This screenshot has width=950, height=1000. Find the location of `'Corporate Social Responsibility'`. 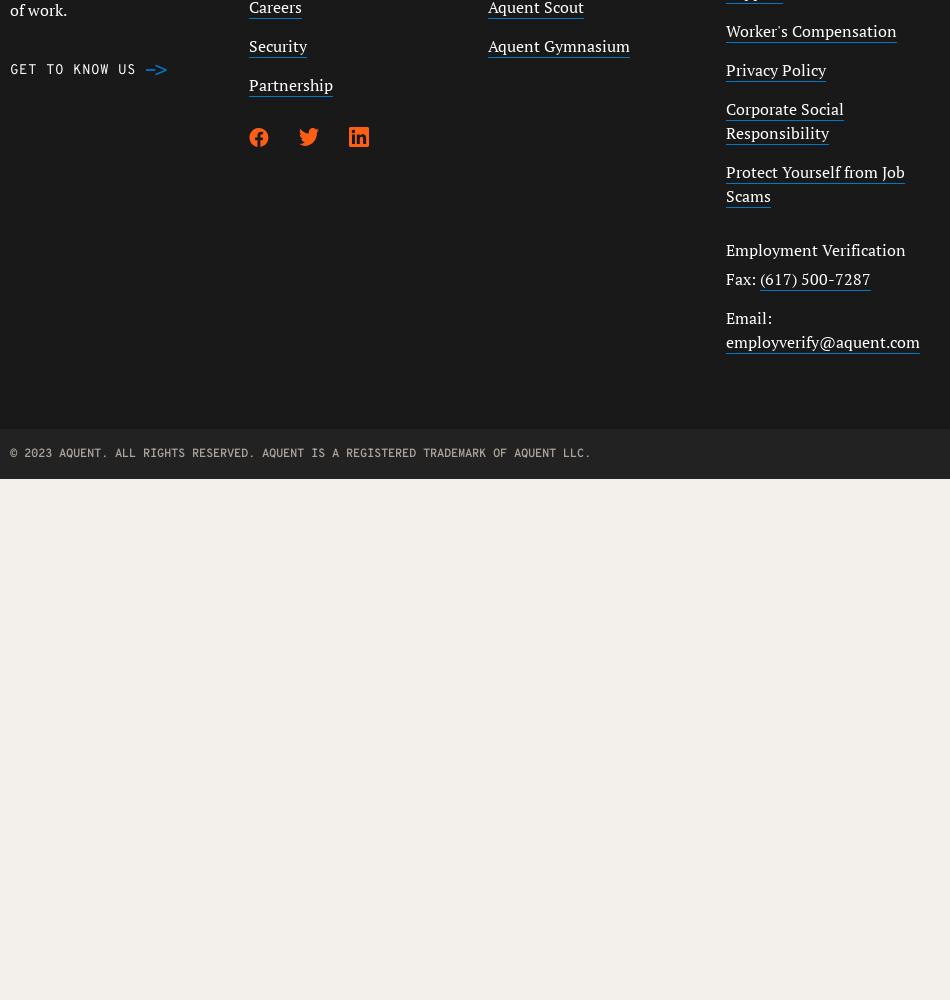

'Corporate Social Responsibility' is located at coordinates (783, 120).